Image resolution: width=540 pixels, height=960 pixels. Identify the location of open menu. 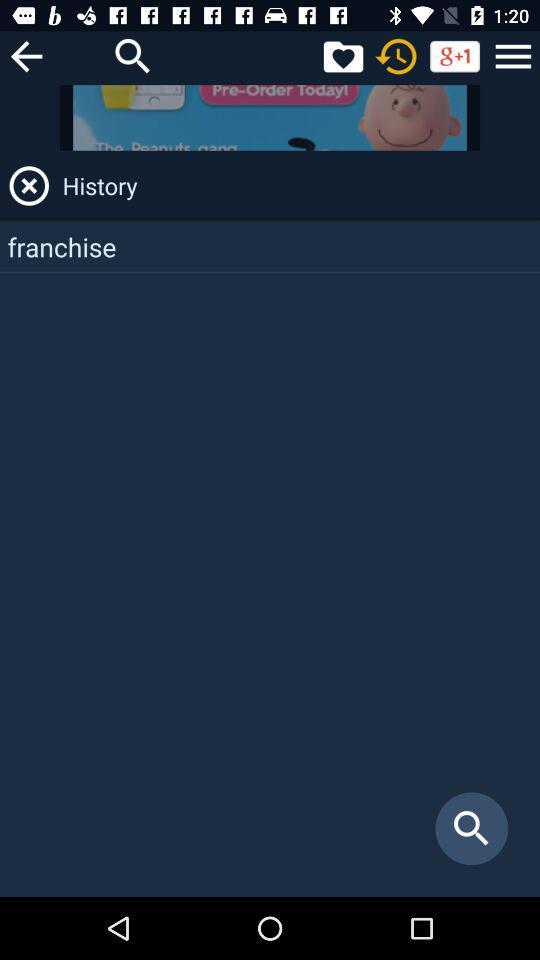
(513, 55).